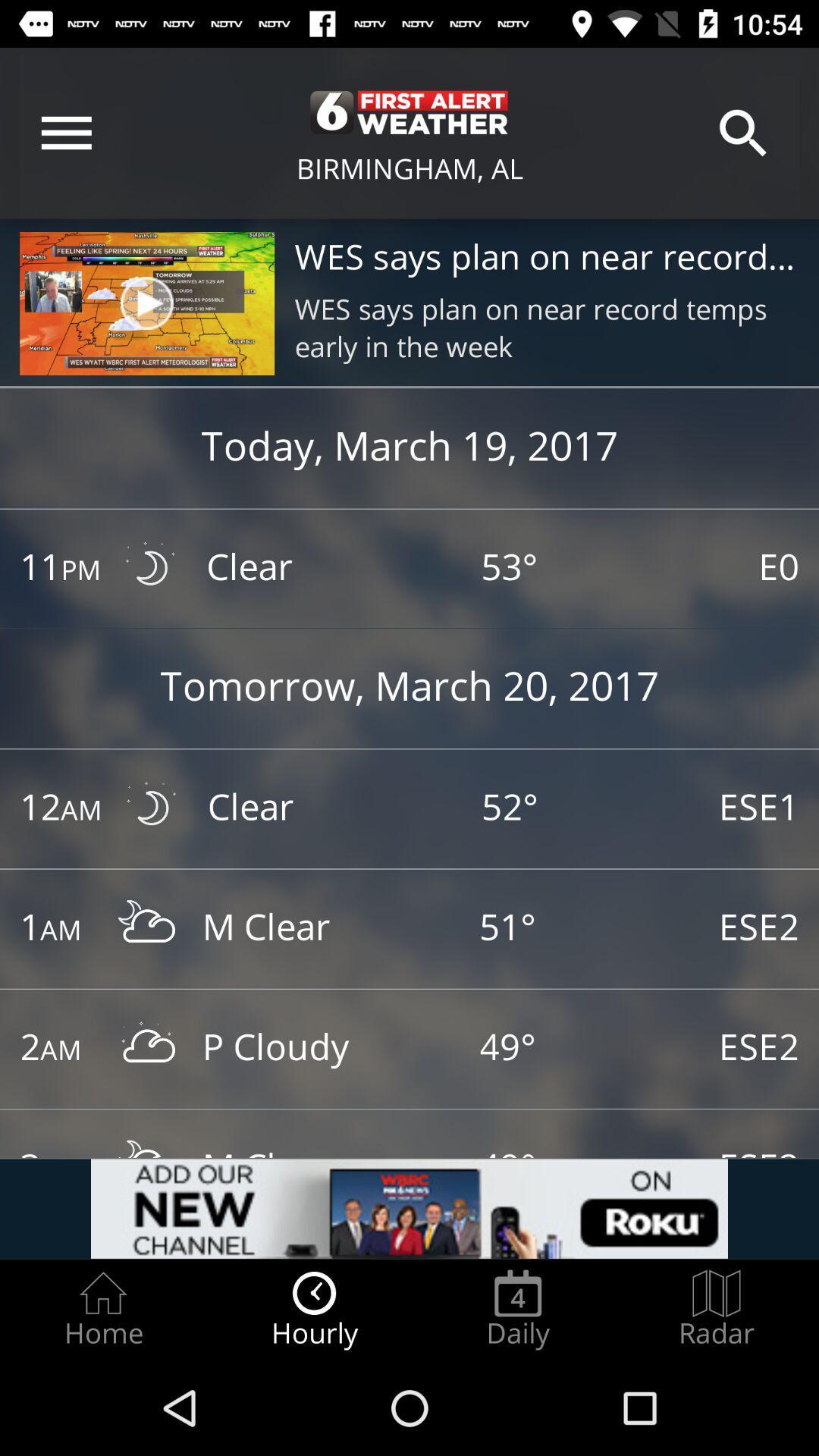  What do you see at coordinates (517, 1309) in the screenshot?
I see `daily` at bounding box center [517, 1309].